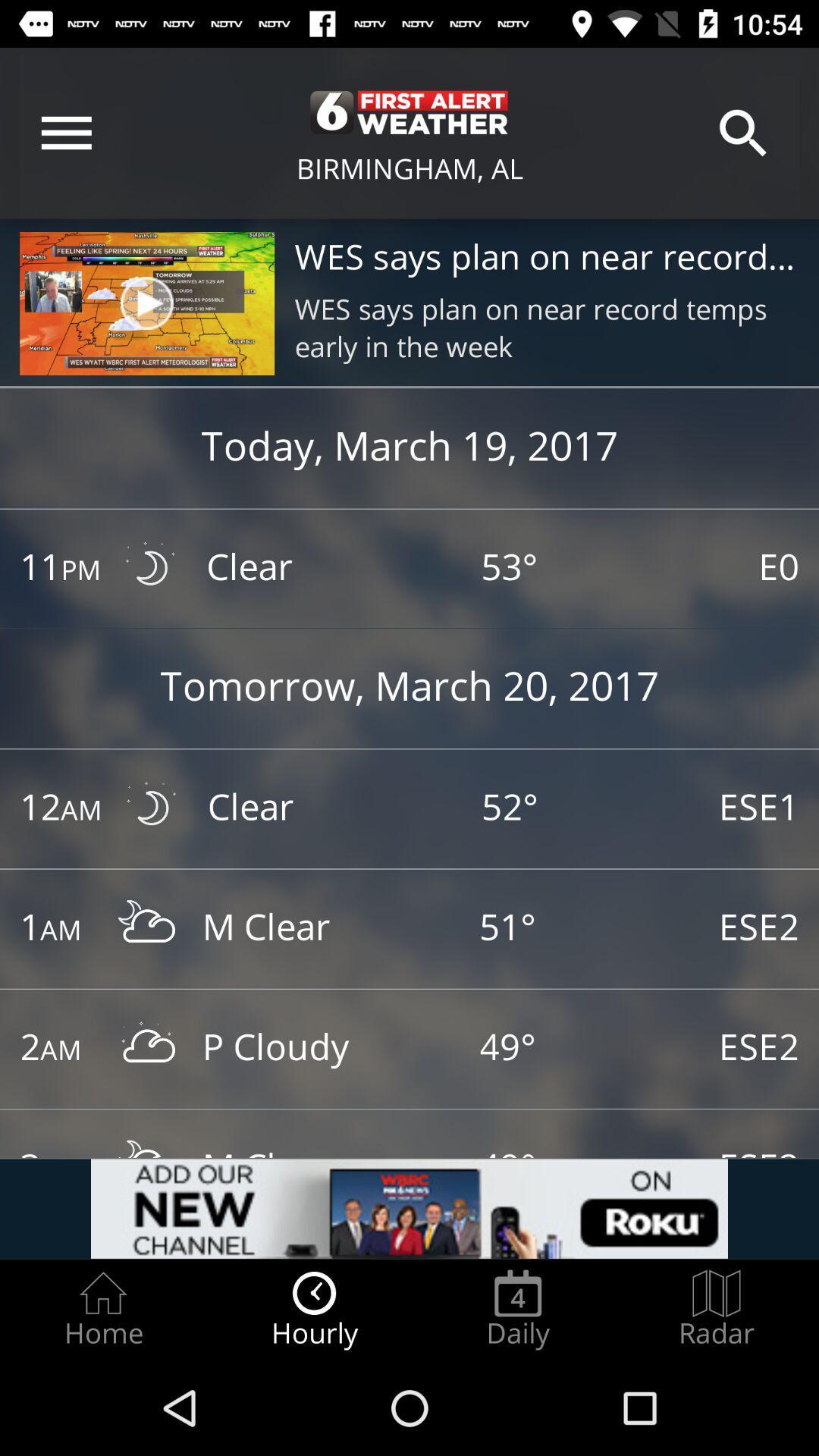  What do you see at coordinates (517, 1309) in the screenshot?
I see `daily` at bounding box center [517, 1309].